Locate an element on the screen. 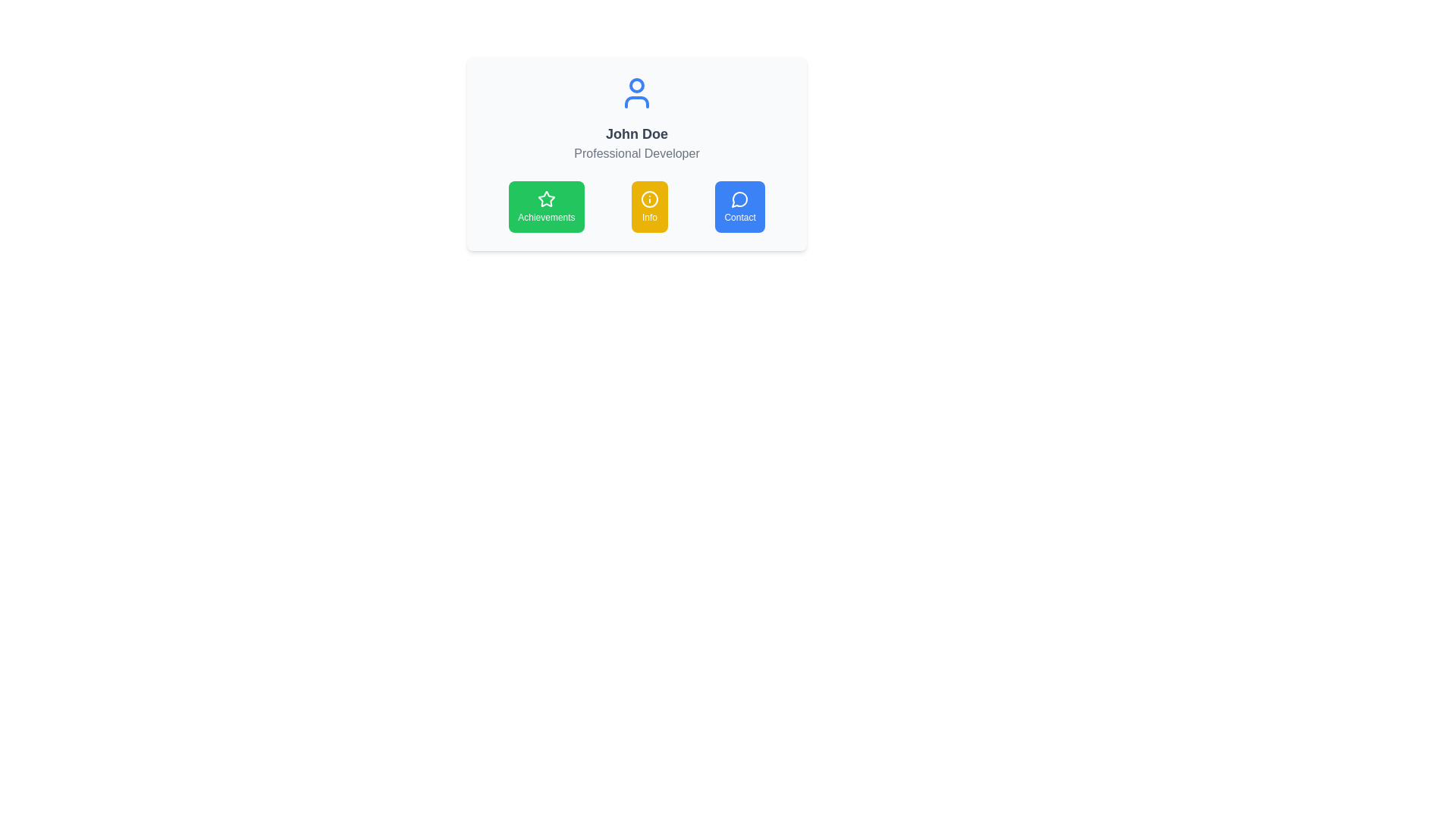 The image size is (1456, 819). the star-shaped icon inside the green 'Achievements' button to interact with it is located at coordinates (546, 198).